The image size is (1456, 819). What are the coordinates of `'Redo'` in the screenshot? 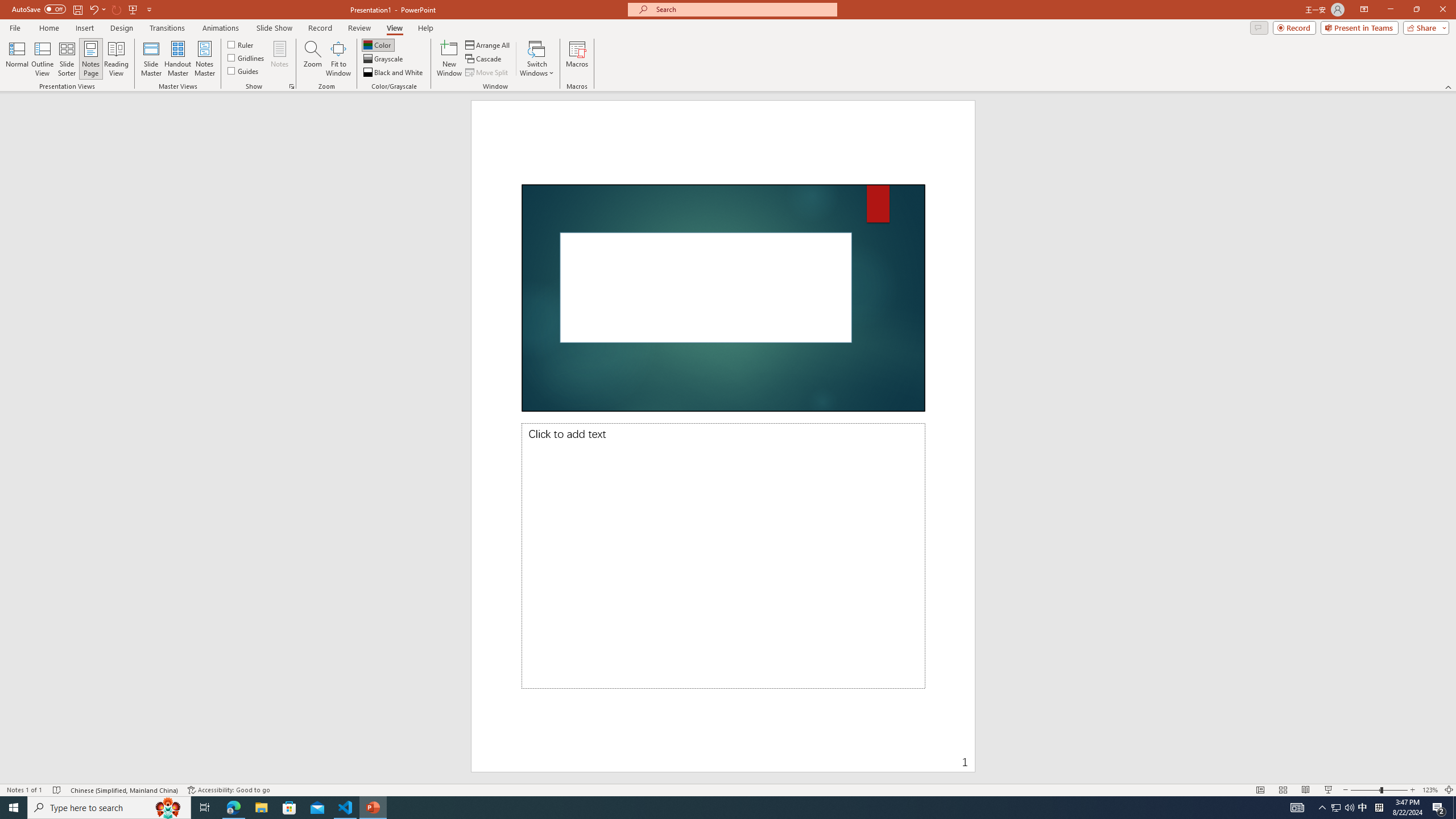 It's located at (117, 9).